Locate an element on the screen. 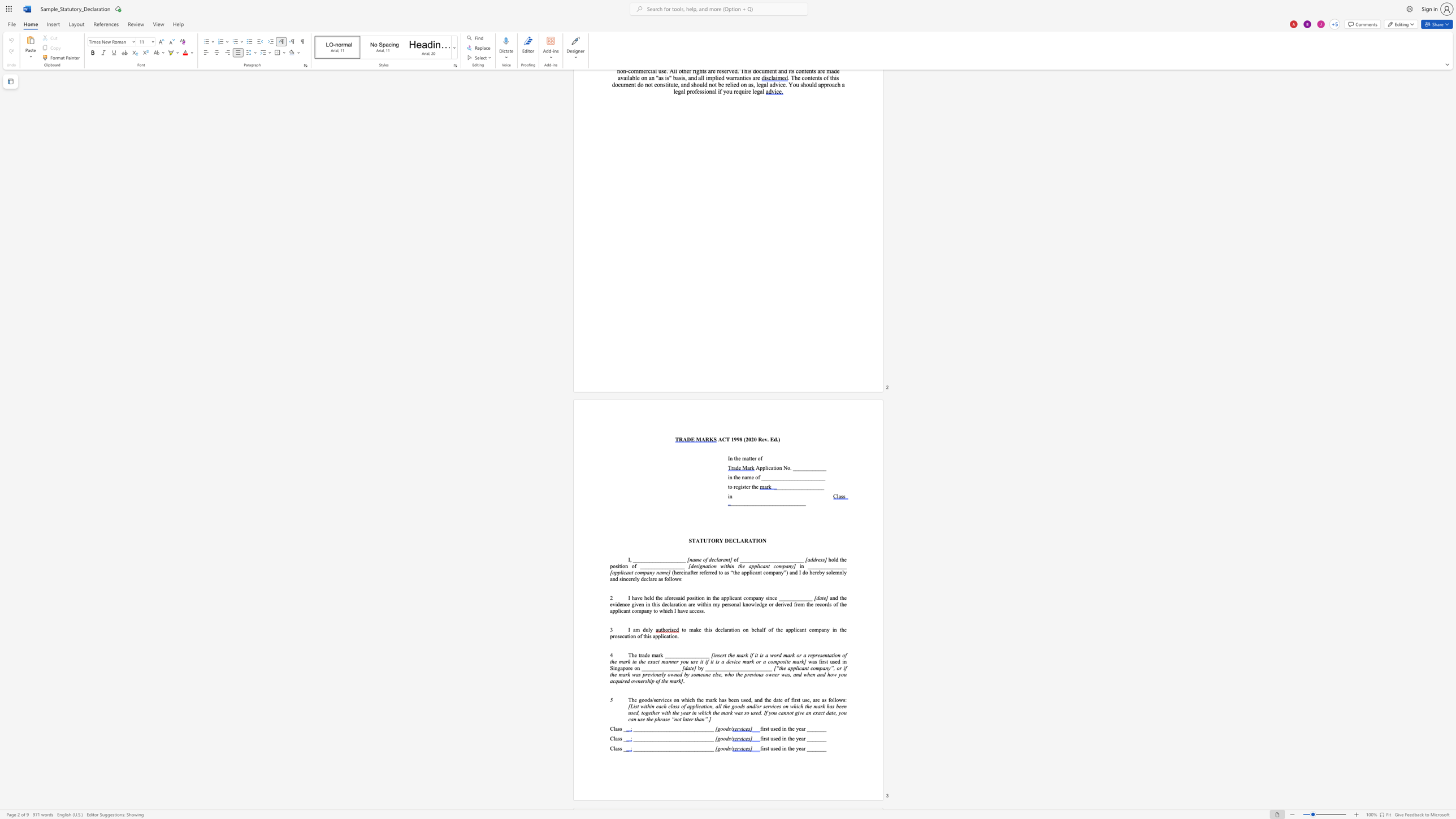 The width and height of the screenshot is (1456, 819). the 2th character "e" in the text is located at coordinates (747, 486).